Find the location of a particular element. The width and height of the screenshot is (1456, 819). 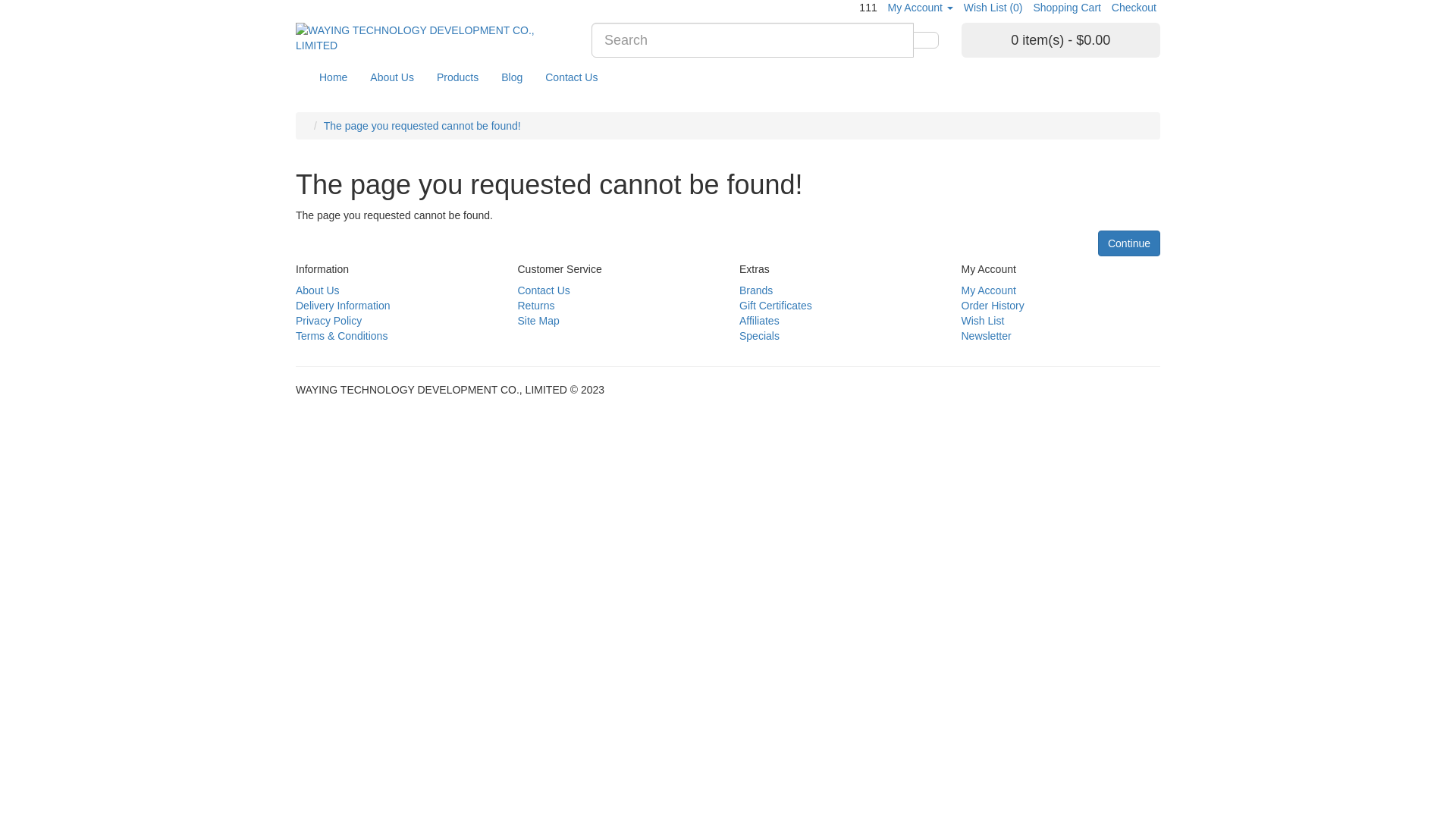

'Site Map' is located at coordinates (538, 320).